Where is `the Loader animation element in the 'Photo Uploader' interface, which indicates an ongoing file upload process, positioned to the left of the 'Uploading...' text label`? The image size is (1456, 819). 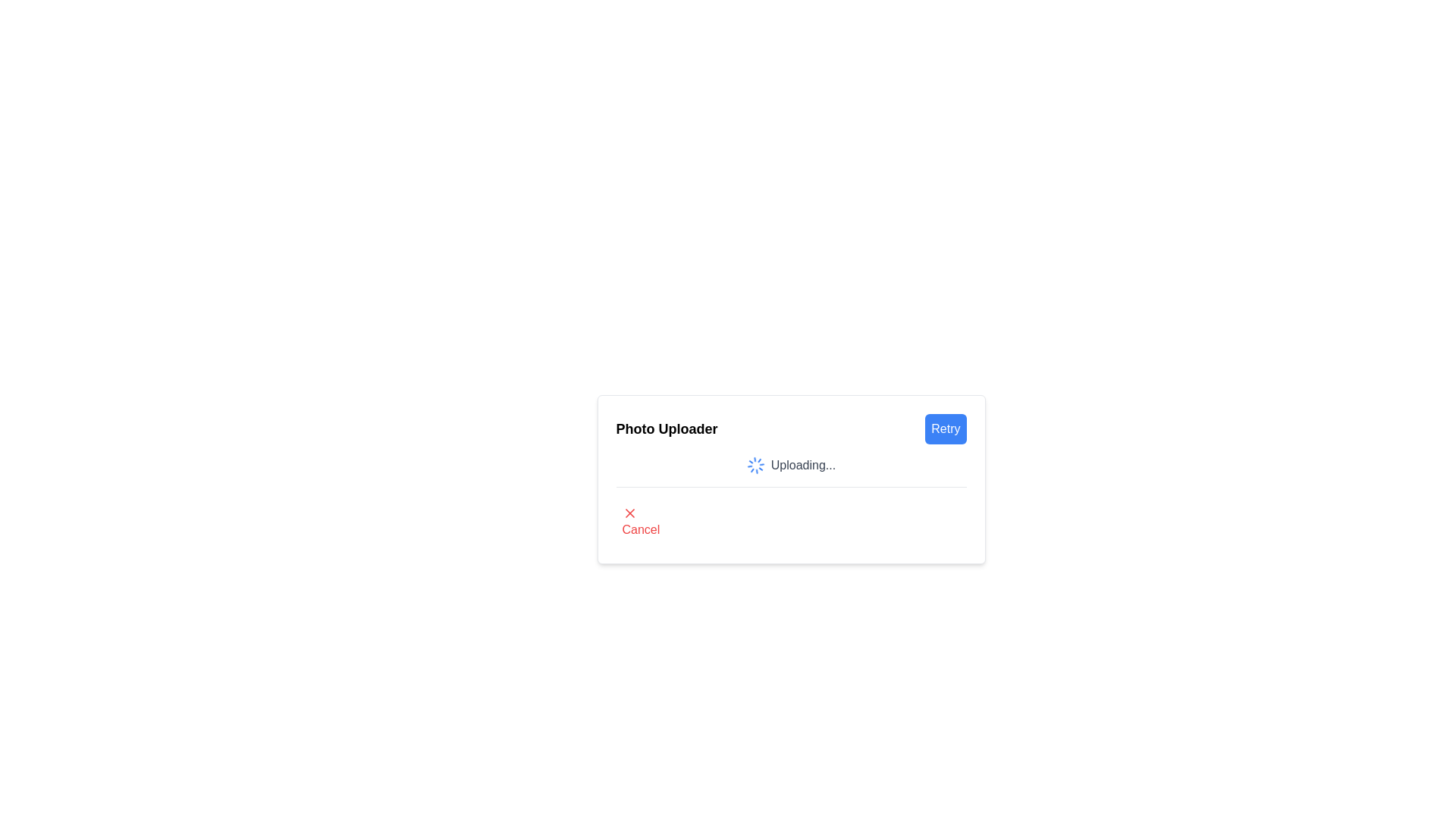 the Loader animation element in the 'Photo Uploader' interface, which indicates an ongoing file upload process, positioned to the left of the 'Uploading...' text label is located at coordinates (755, 464).